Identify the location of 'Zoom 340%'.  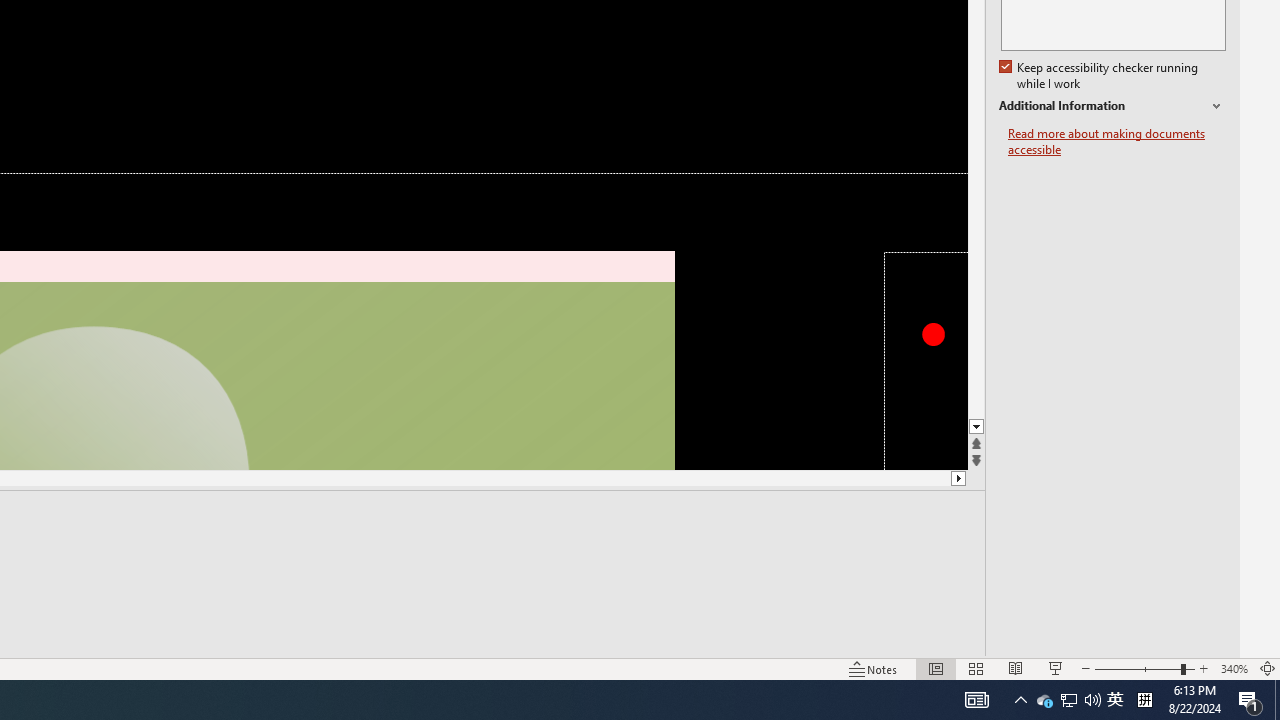
(1233, 669).